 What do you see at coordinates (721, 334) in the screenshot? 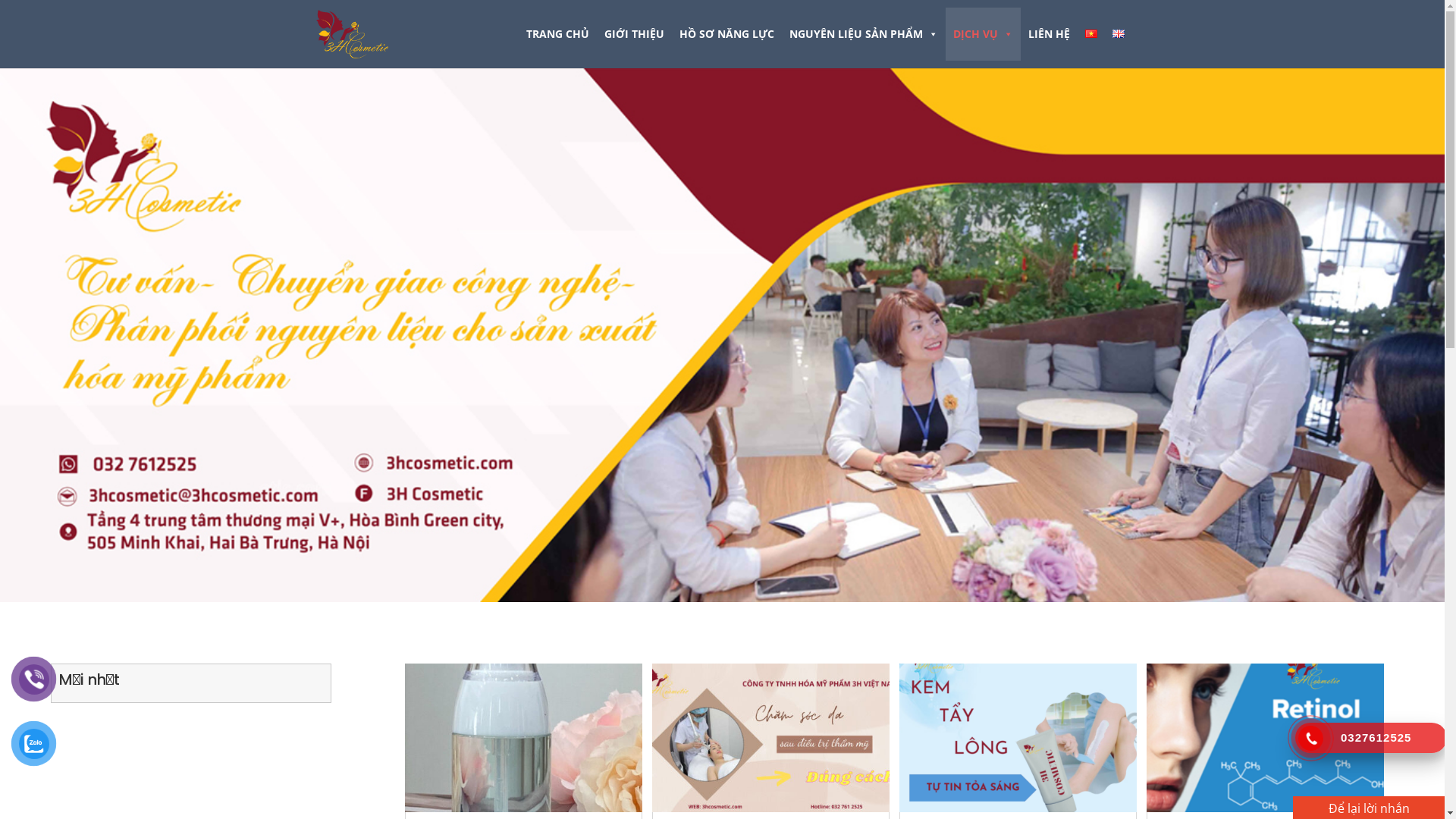
I see `'banner 3h'` at bounding box center [721, 334].